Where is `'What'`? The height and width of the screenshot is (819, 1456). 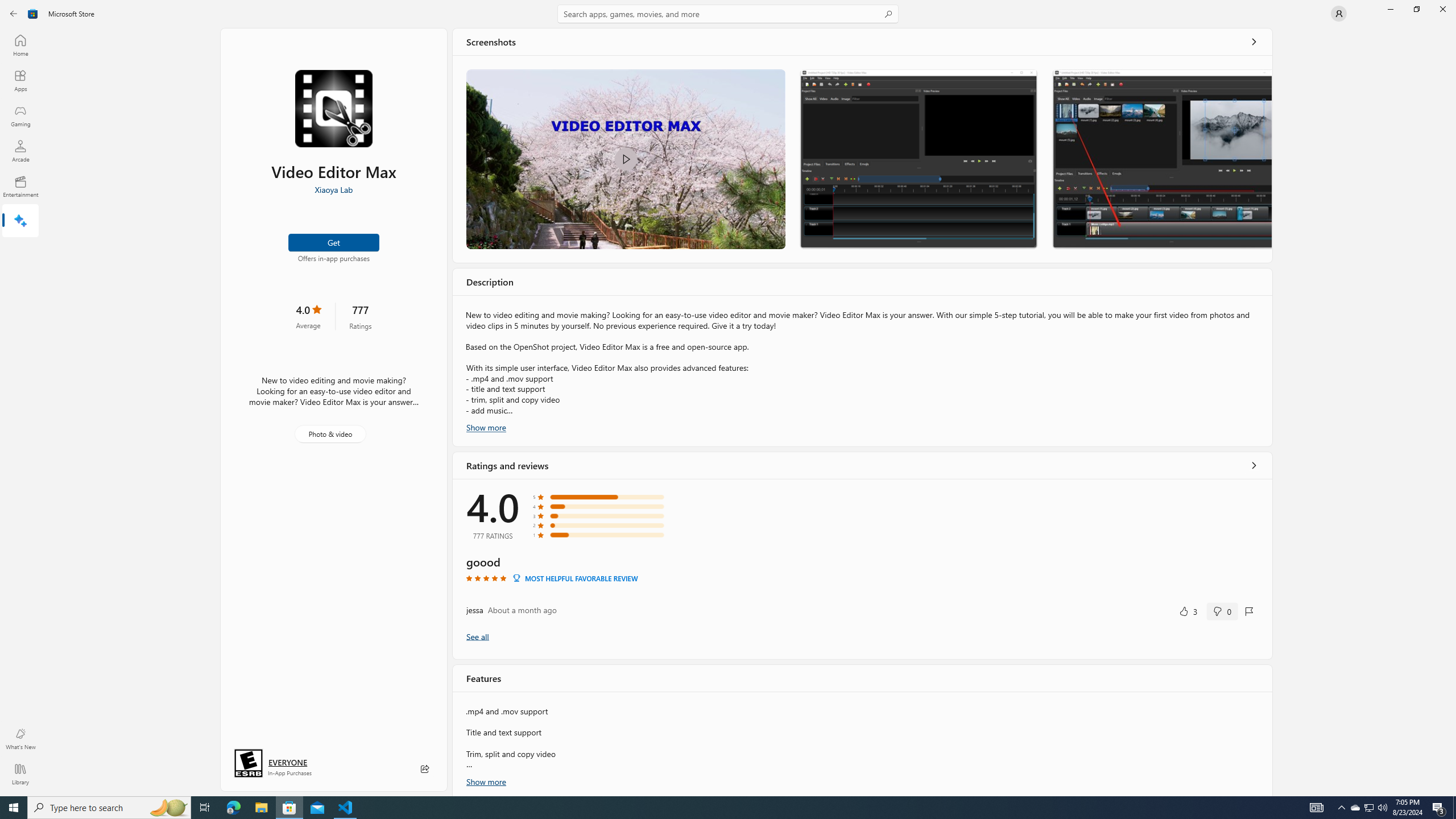 'What' is located at coordinates (19, 738).